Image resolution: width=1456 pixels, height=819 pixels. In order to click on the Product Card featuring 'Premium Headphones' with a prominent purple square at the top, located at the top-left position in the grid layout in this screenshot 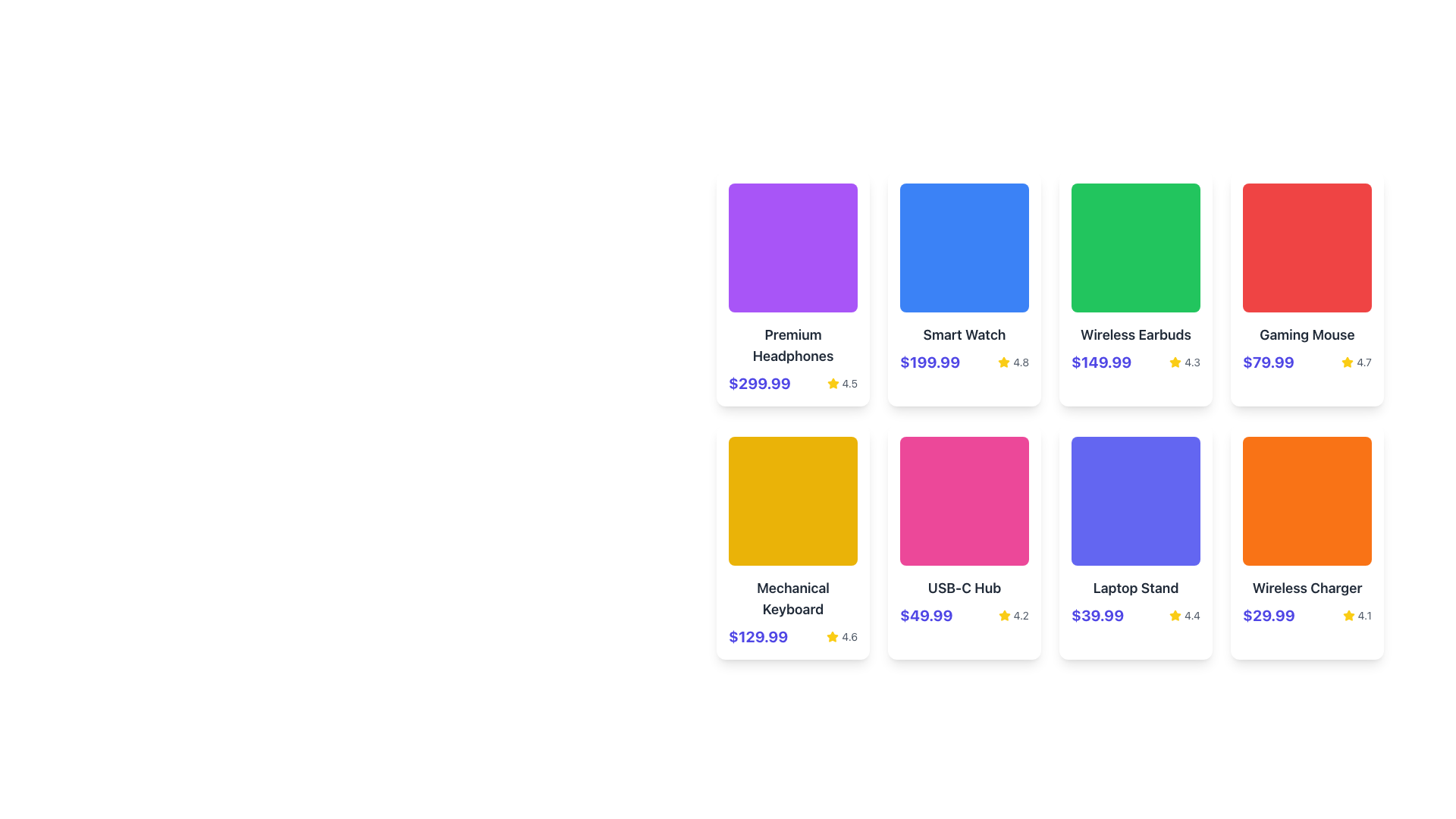, I will do `click(792, 289)`.